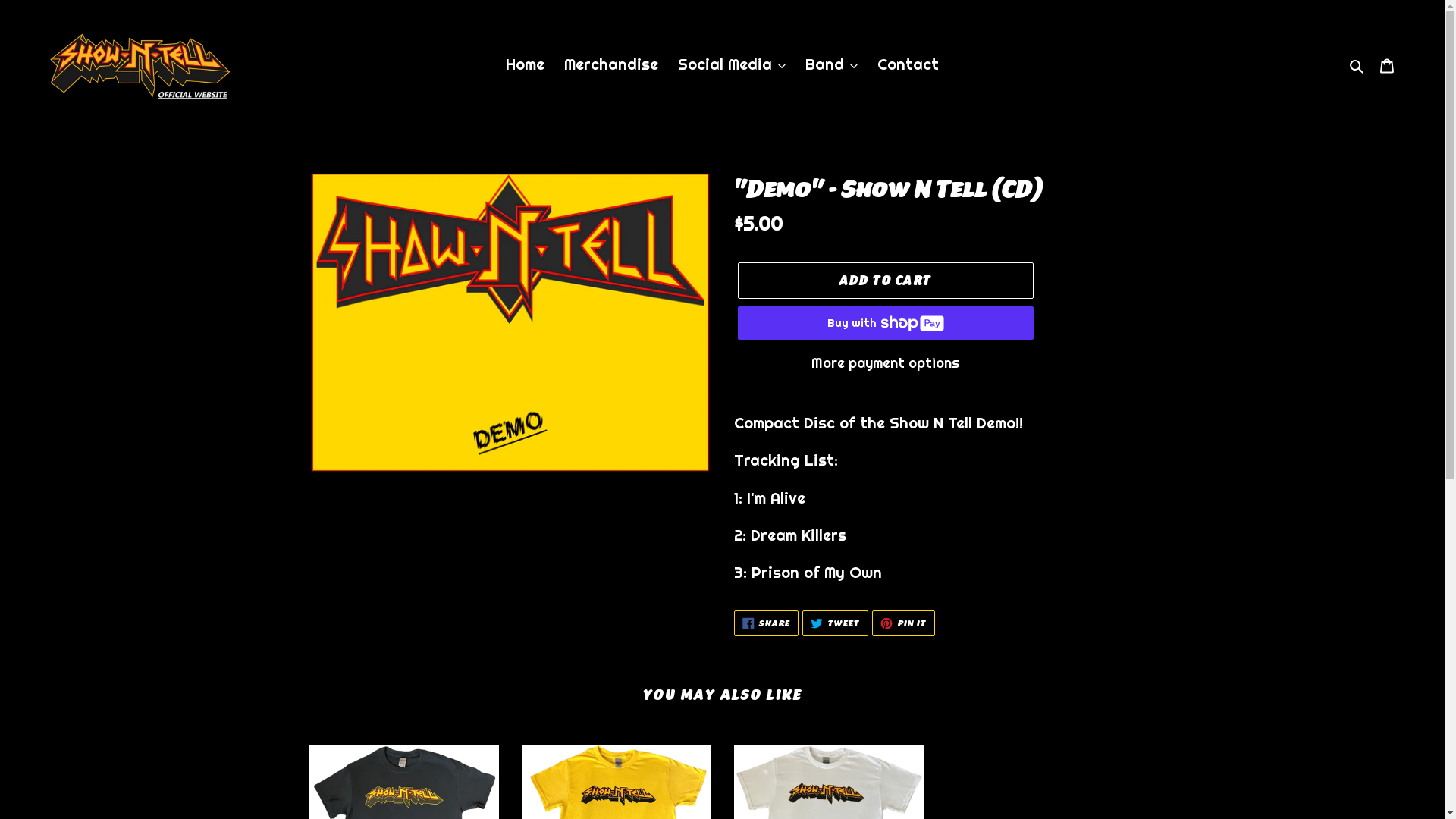 This screenshot has width=1456, height=819. What do you see at coordinates (830, 63) in the screenshot?
I see `'Band'` at bounding box center [830, 63].